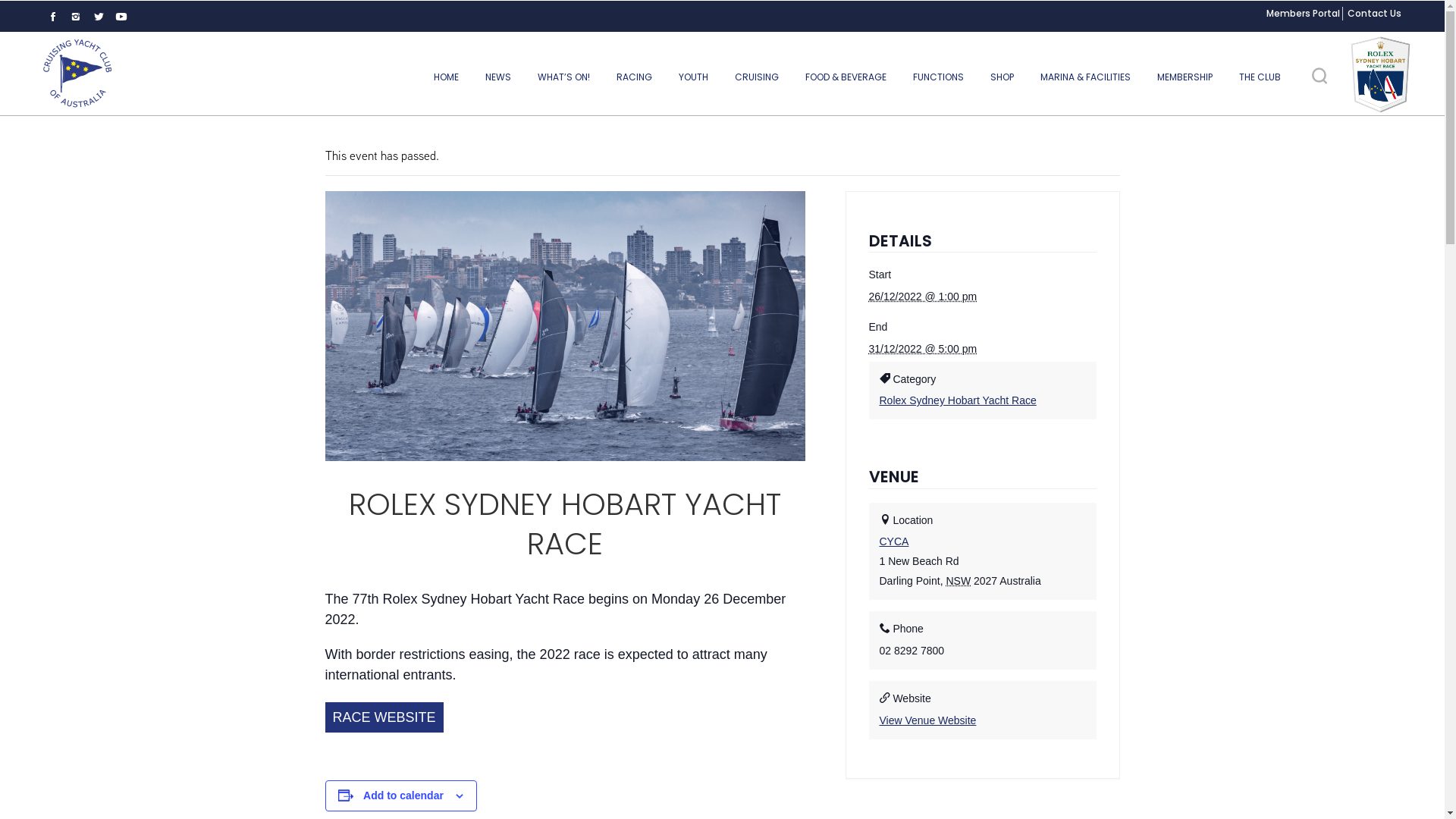 Image resolution: width=1456 pixels, height=819 pixels. I want to click on 'Visit our YouTube channel', so click(120, 17).